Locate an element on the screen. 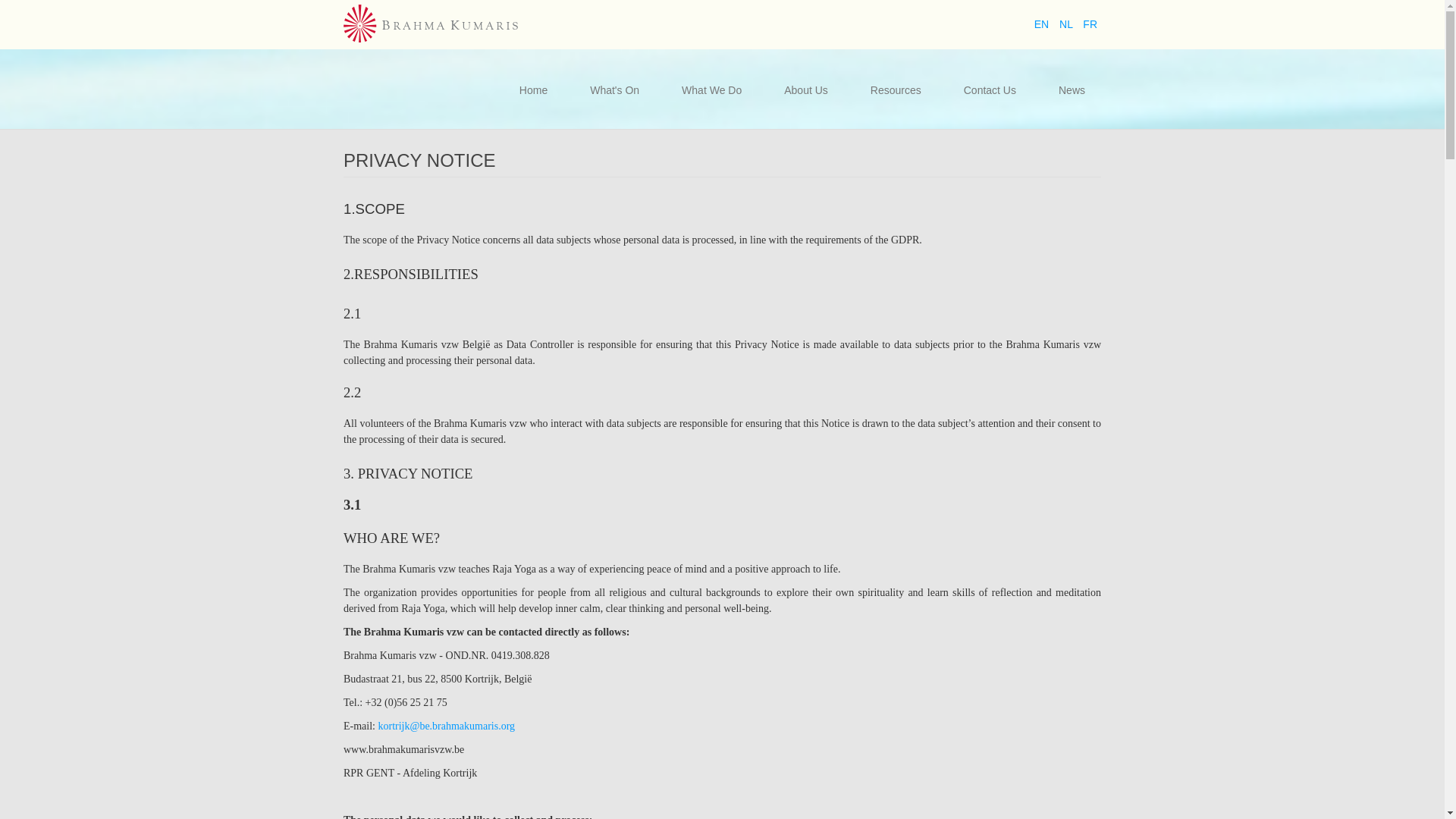  'FR' is located at coordinates (1089, 24).